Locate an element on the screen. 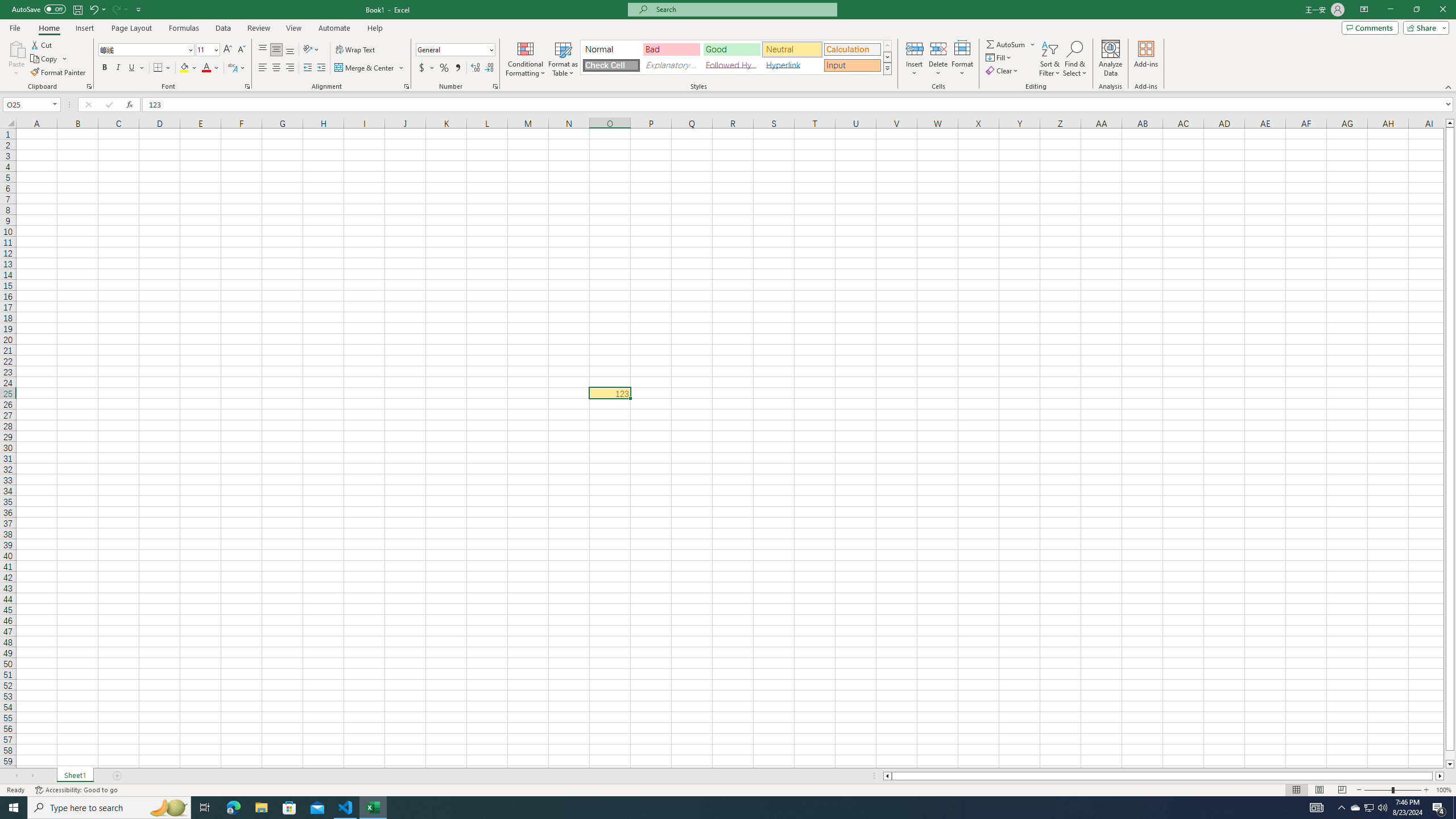 This screenshot has height=819, width=1456. 'Font Color RGB(255, 0, 0)' is located at coordinates (206, 67).